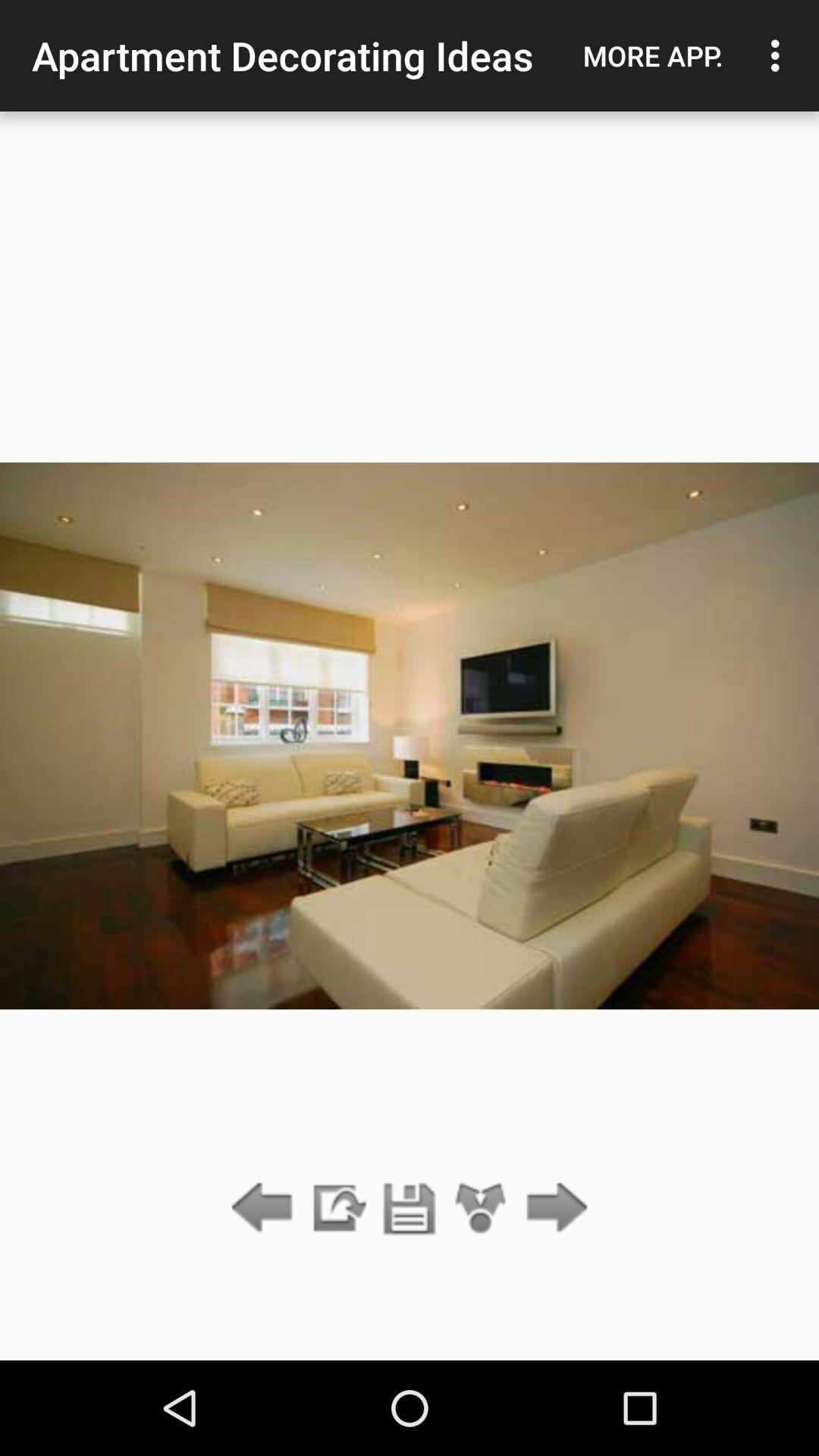  I want to click on the launch icon, so click(337, 1208).